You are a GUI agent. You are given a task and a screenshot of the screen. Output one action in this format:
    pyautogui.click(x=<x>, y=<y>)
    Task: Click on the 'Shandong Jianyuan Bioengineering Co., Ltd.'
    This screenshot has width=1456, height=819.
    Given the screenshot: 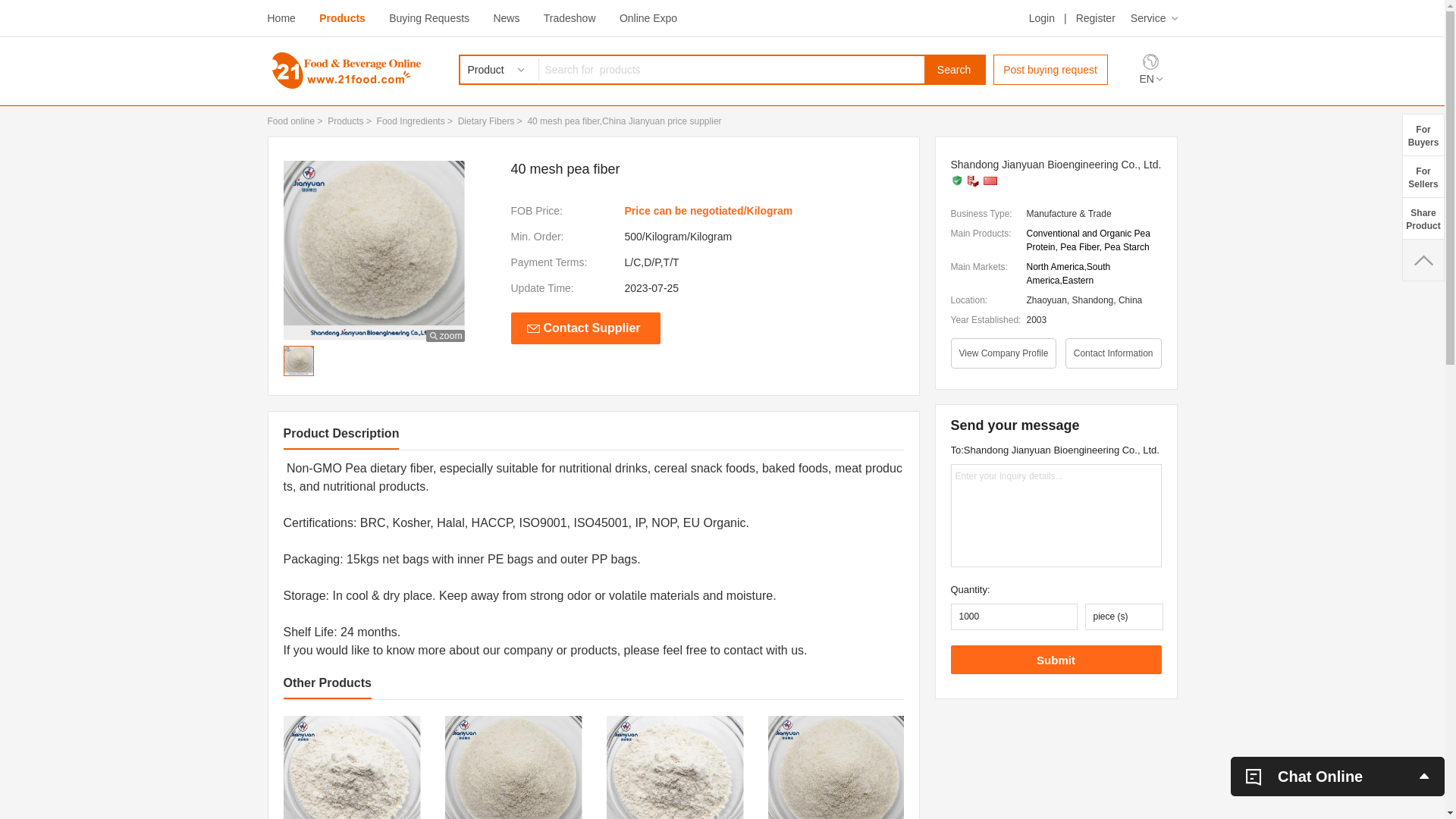 What is the action you would take?
    pyautogui.click(x=1055, y=164)
    